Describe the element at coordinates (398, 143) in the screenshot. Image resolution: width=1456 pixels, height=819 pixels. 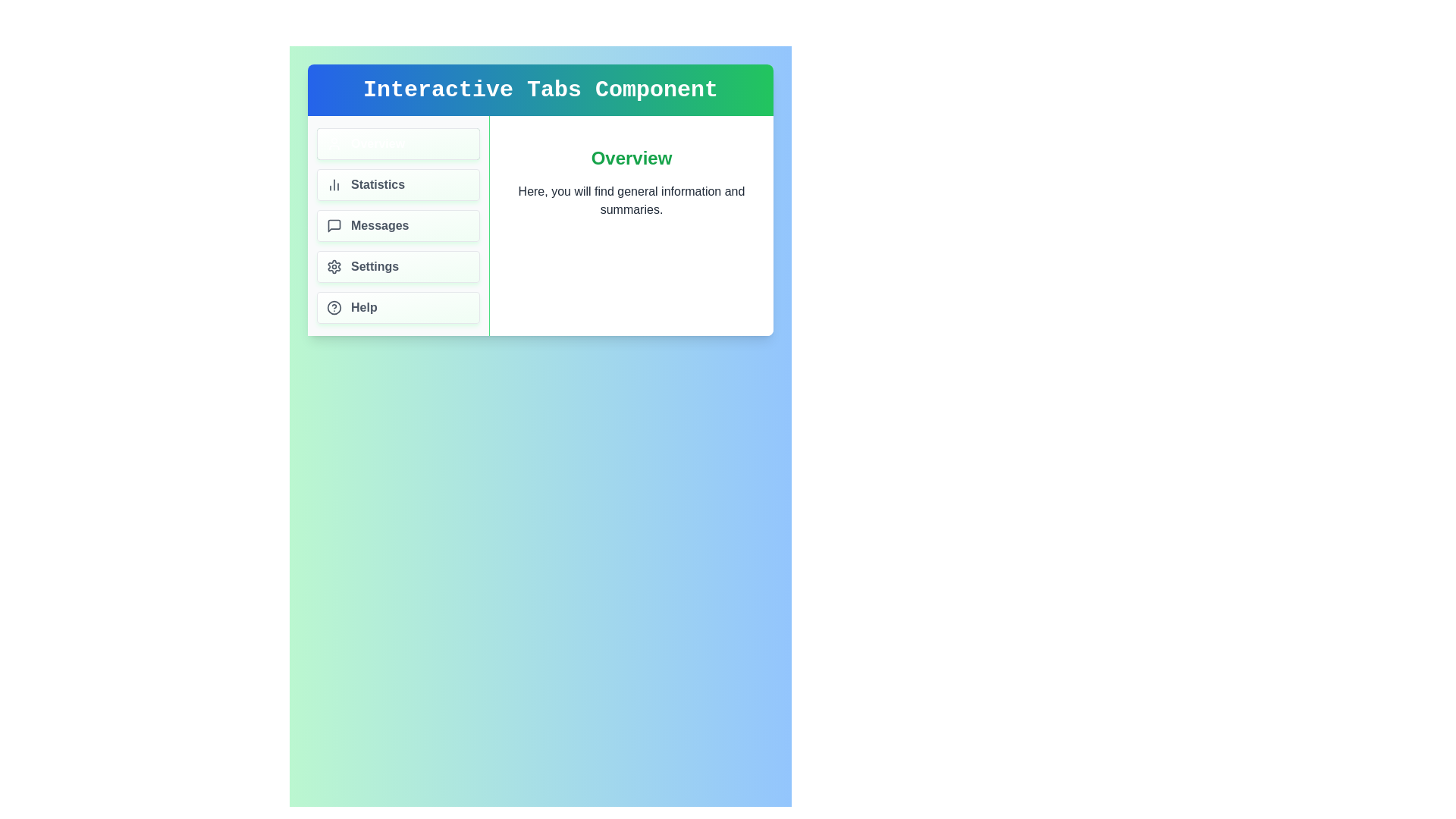
I see `the tab labeled Overview` at that location.